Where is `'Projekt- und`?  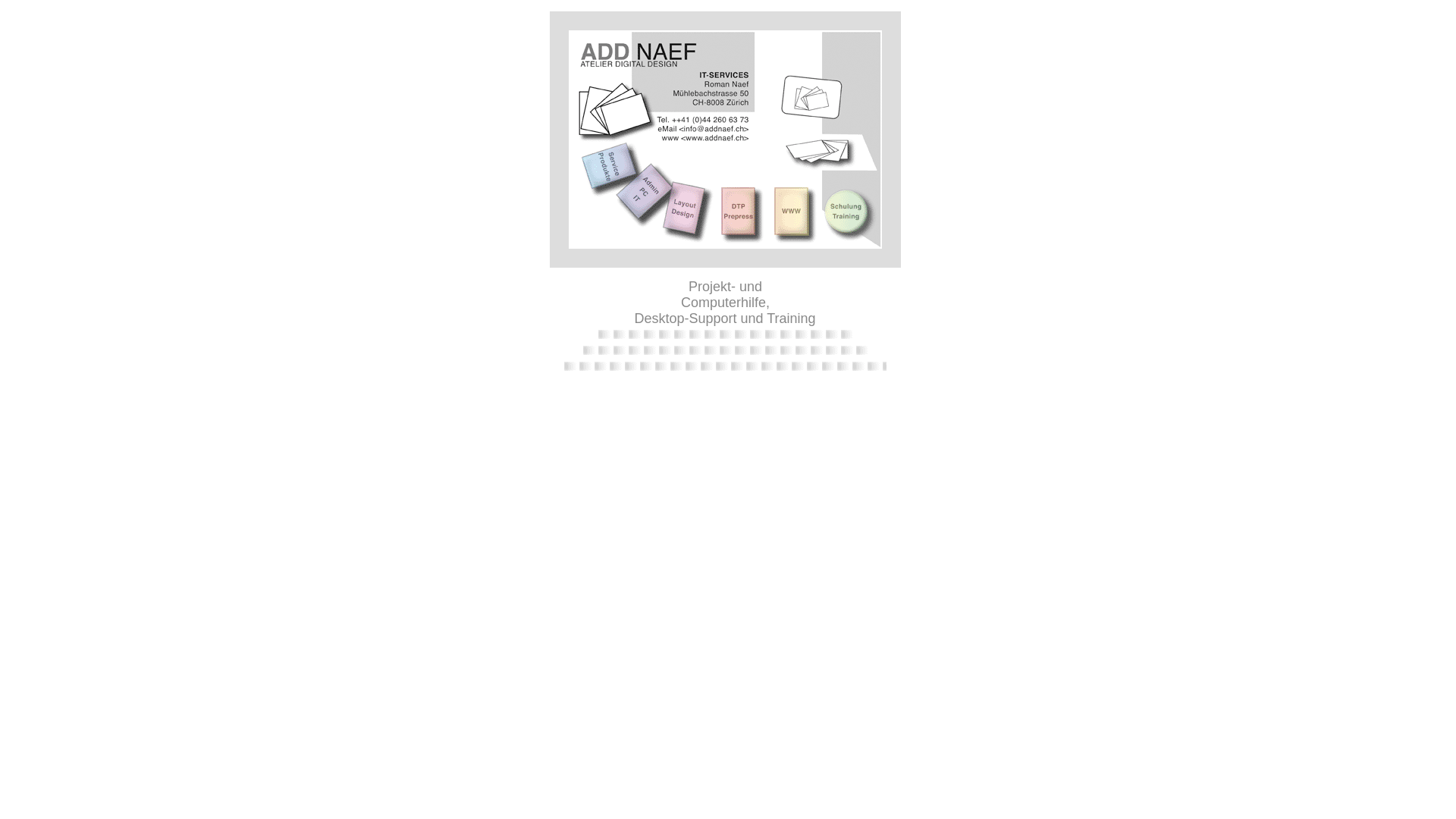 'Projekt- und is located at coordinates (723, 302).